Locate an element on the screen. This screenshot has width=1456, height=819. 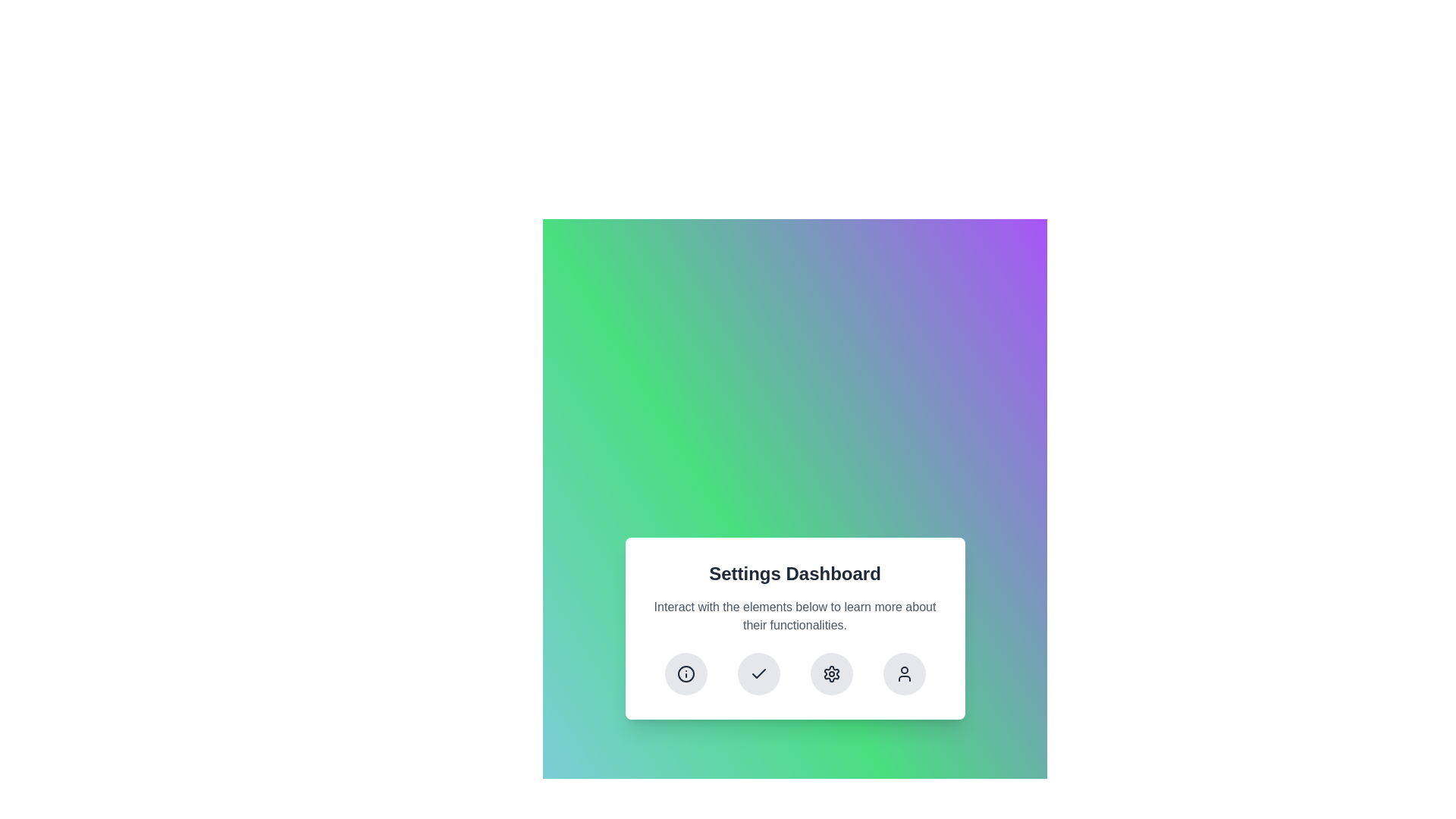
the circular button with a light gray background and checkmark icon, located centrally among four icon-based buttons at the bottom of the 'Settings Dashboard' card is located at coordinates (758, 673).